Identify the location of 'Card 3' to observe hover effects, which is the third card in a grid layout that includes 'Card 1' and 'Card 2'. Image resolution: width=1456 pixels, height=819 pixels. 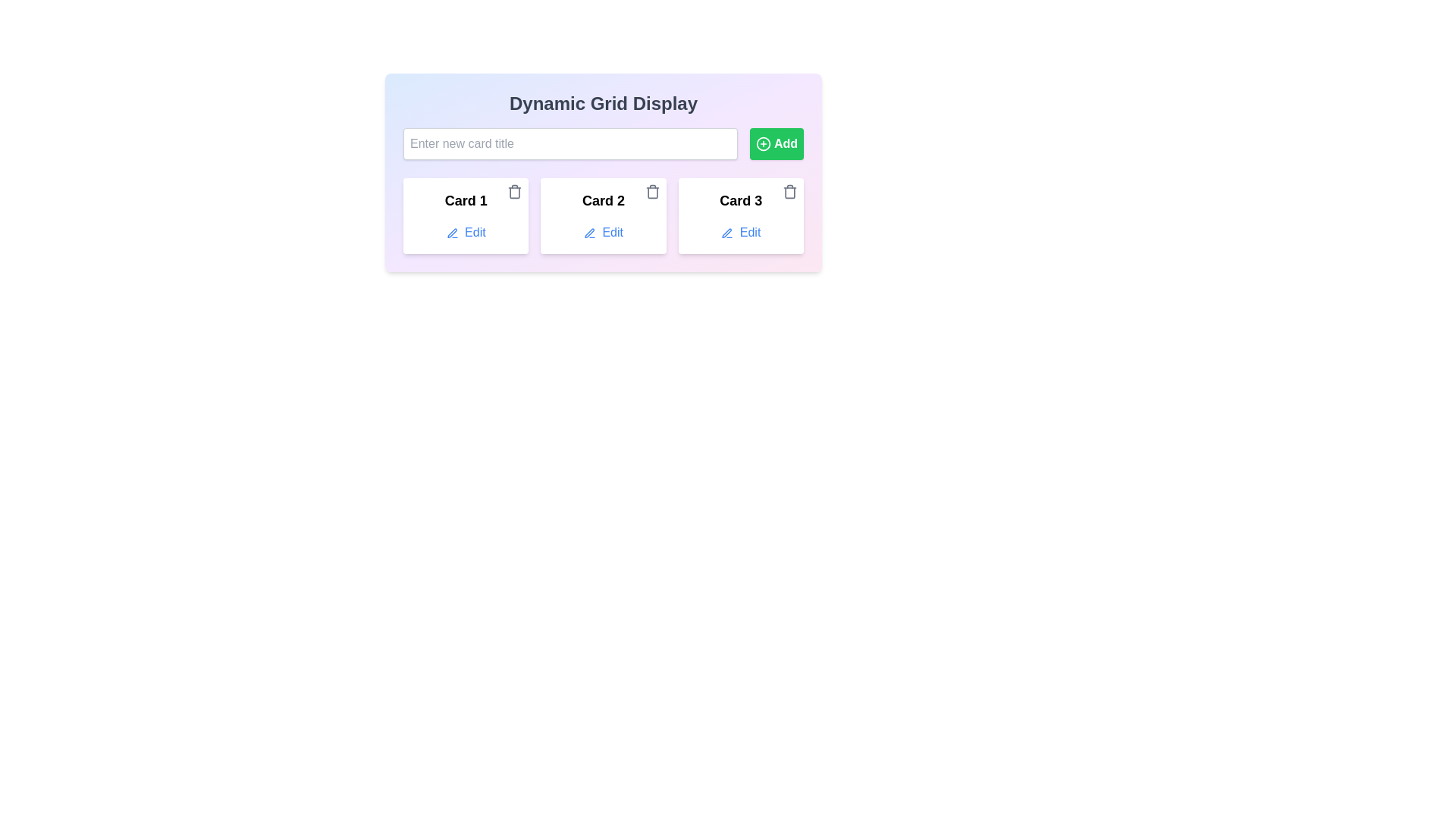
(741, 216).